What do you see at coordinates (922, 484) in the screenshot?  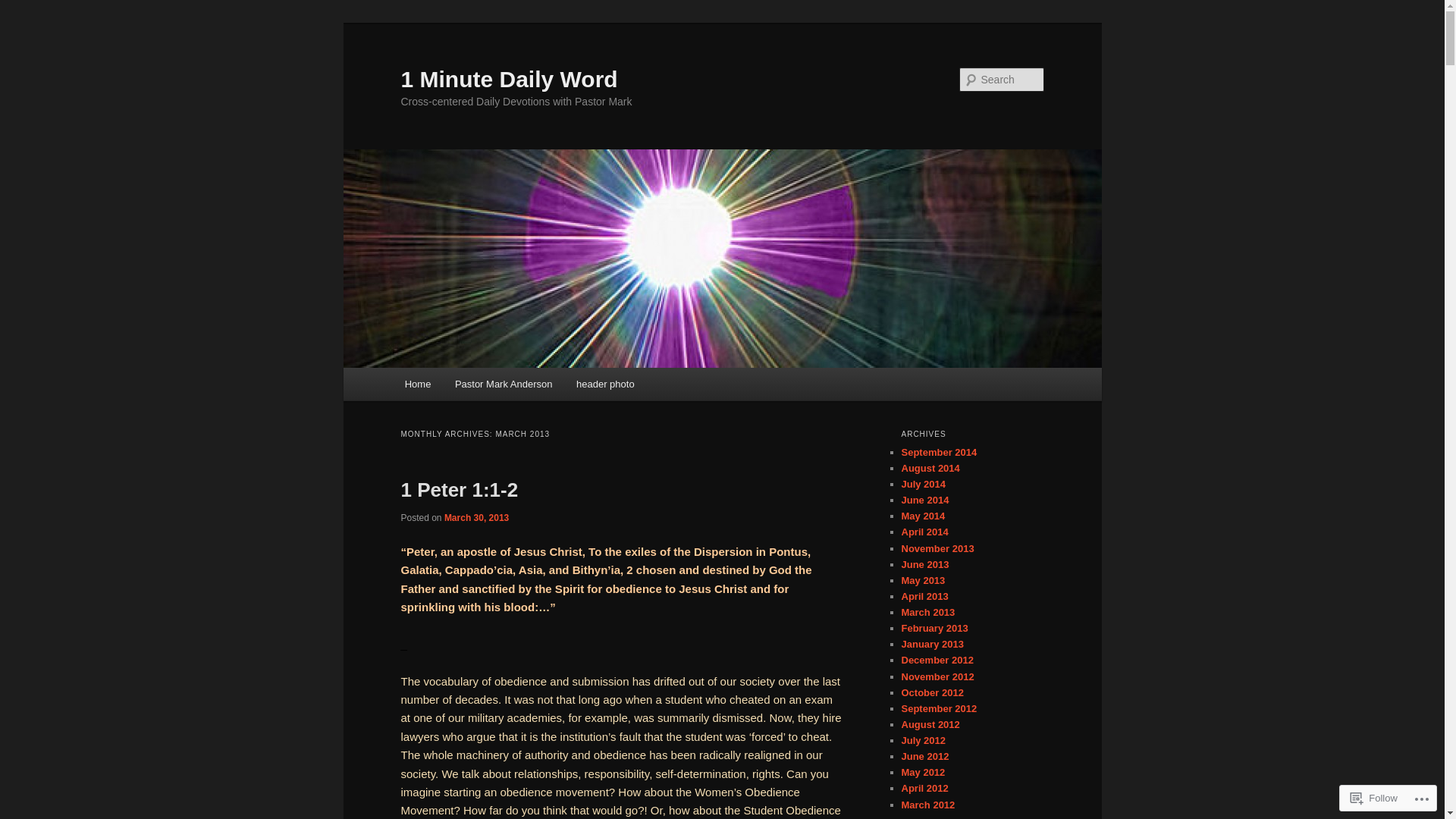 I see `'July 2014'` at bounding box center [922, 484].